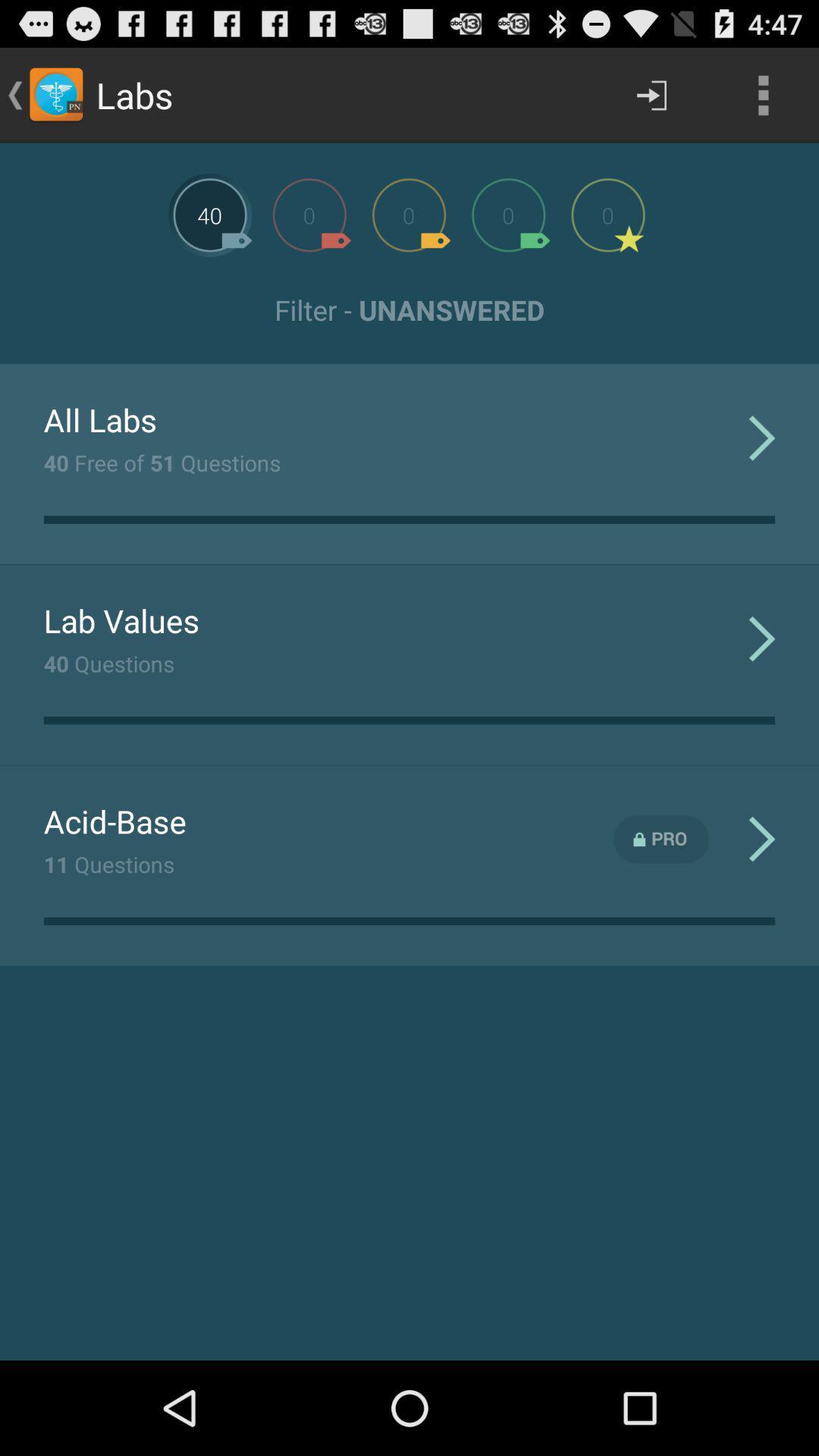  I want to click on choose category 4, so click(508, 214).